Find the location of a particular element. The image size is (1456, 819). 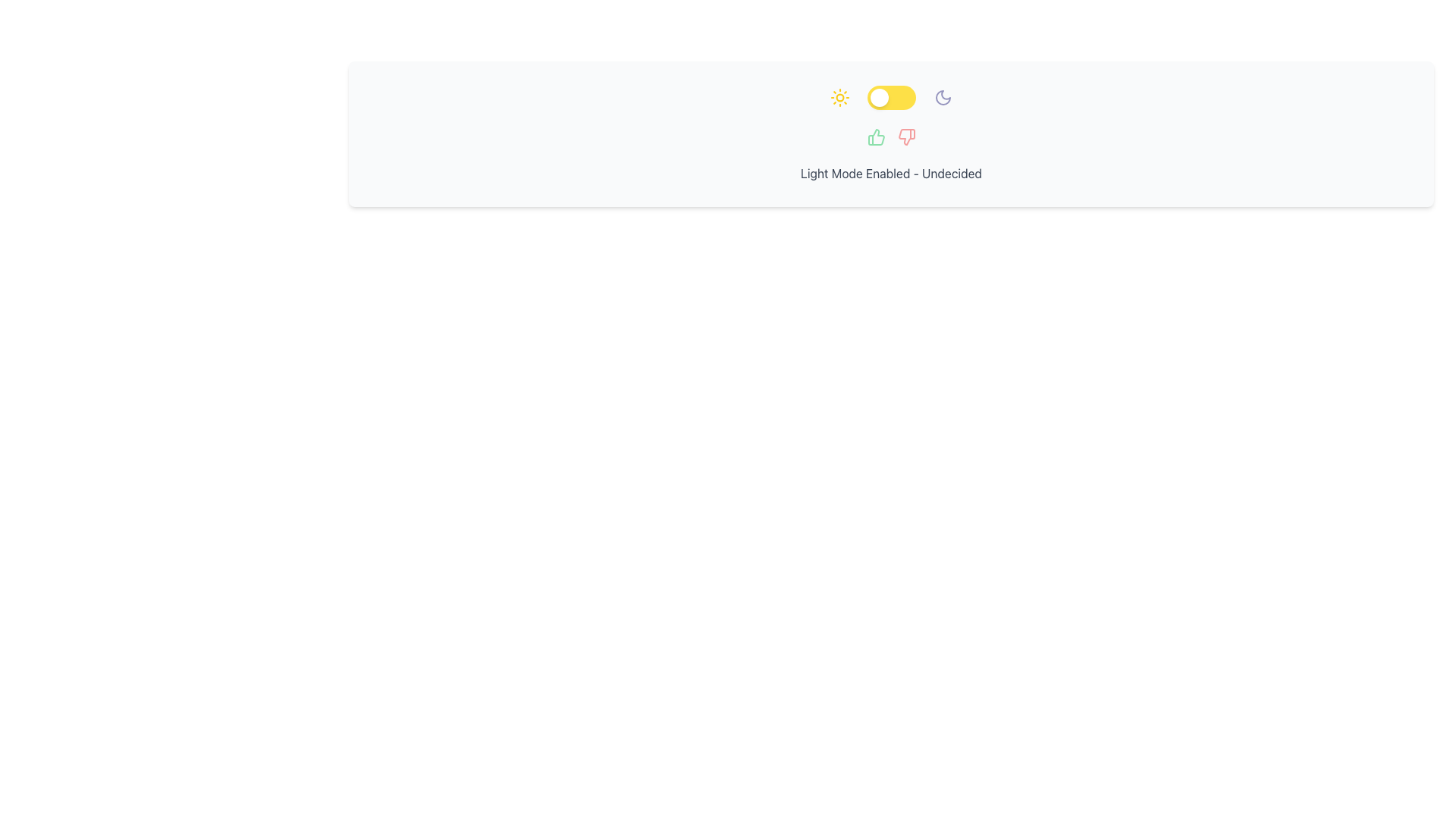

the crescent moon icon located at the rightmost position in the control bar is located at coordinates (942, 97).